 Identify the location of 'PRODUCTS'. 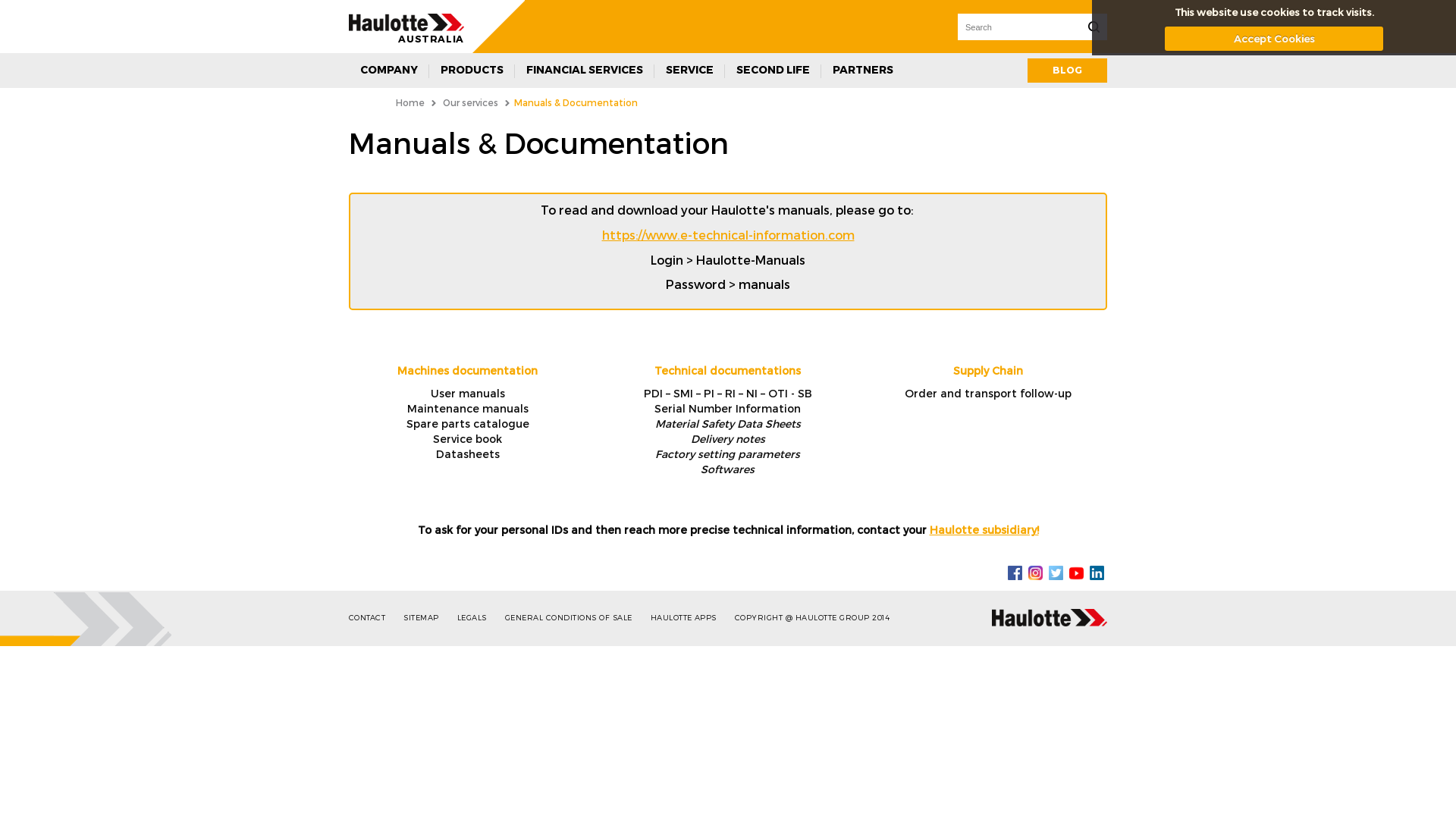
(471, 70).